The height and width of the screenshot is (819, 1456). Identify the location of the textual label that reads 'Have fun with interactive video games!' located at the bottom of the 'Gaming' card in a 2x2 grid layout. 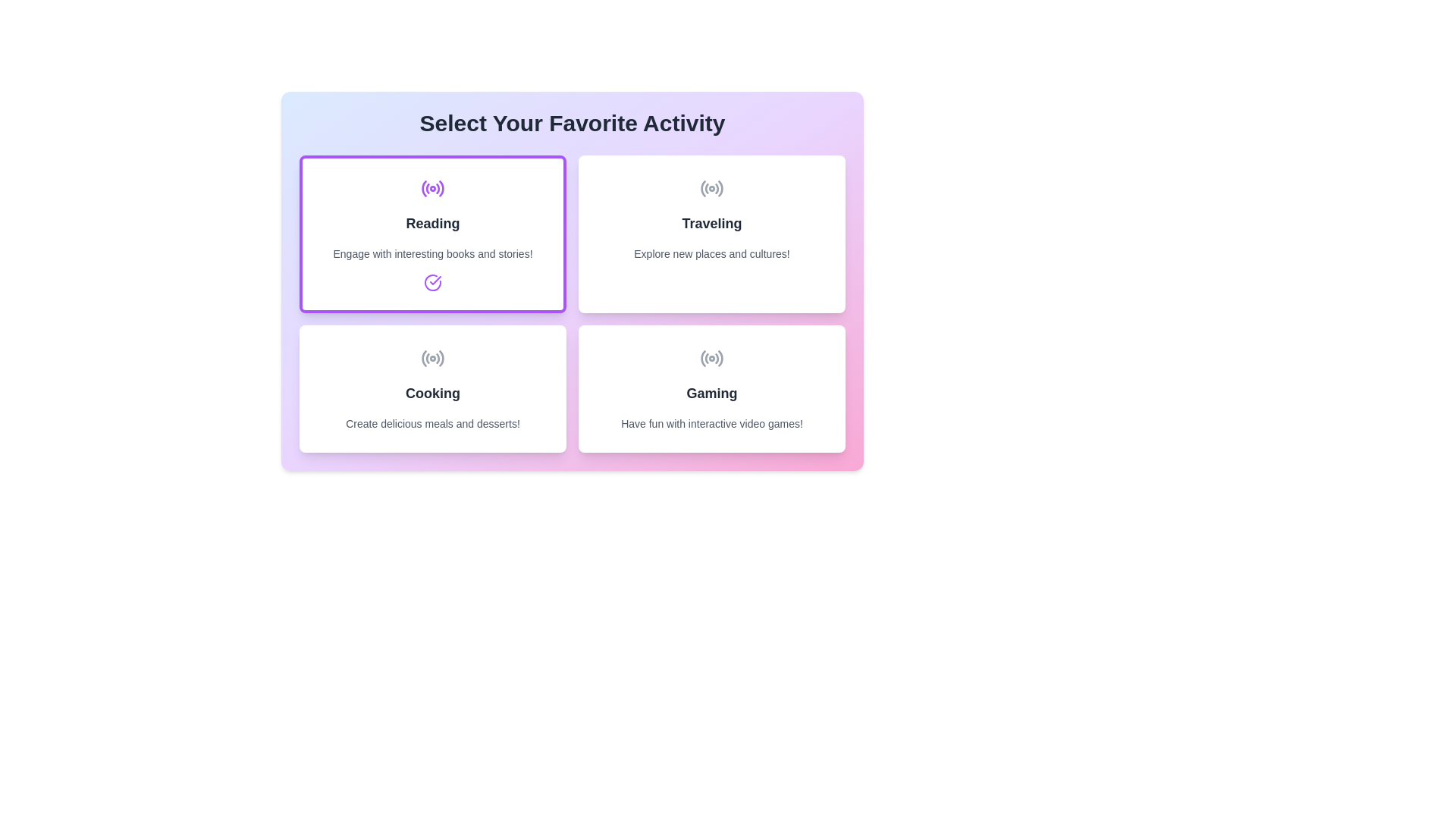
(711, 424).